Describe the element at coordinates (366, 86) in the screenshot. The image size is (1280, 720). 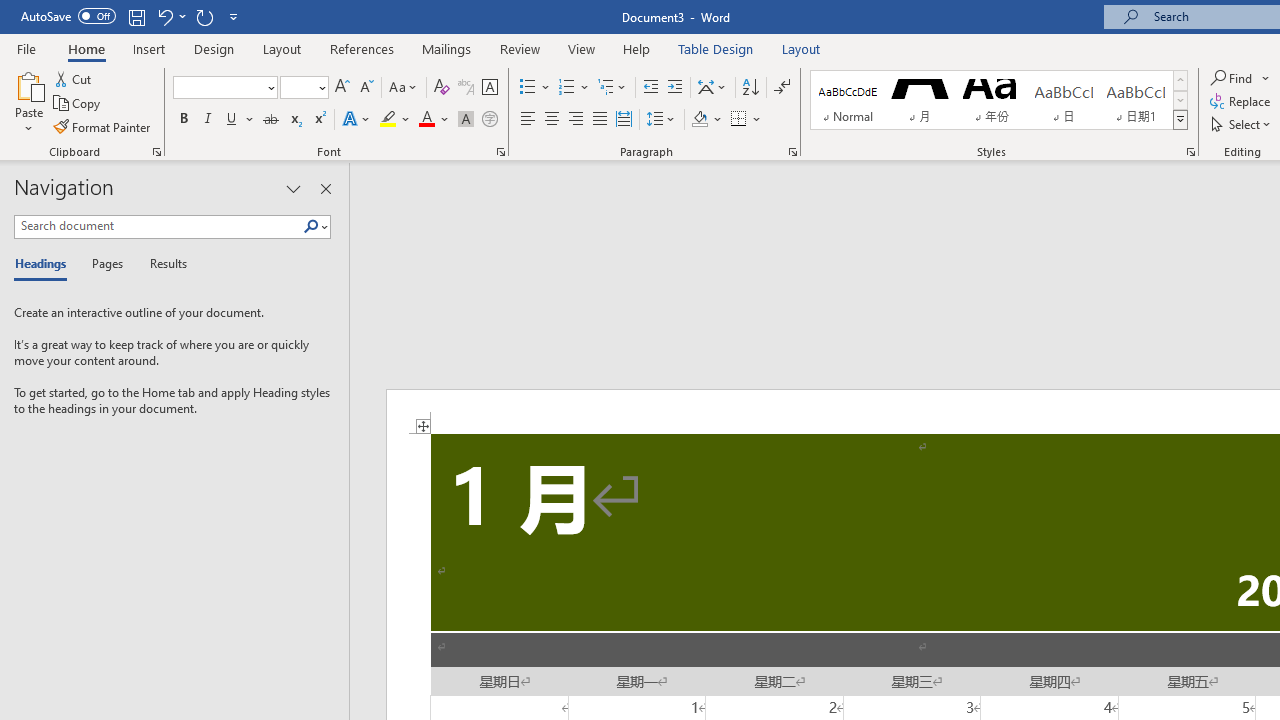
I see `'Shrink Font'` at that location.